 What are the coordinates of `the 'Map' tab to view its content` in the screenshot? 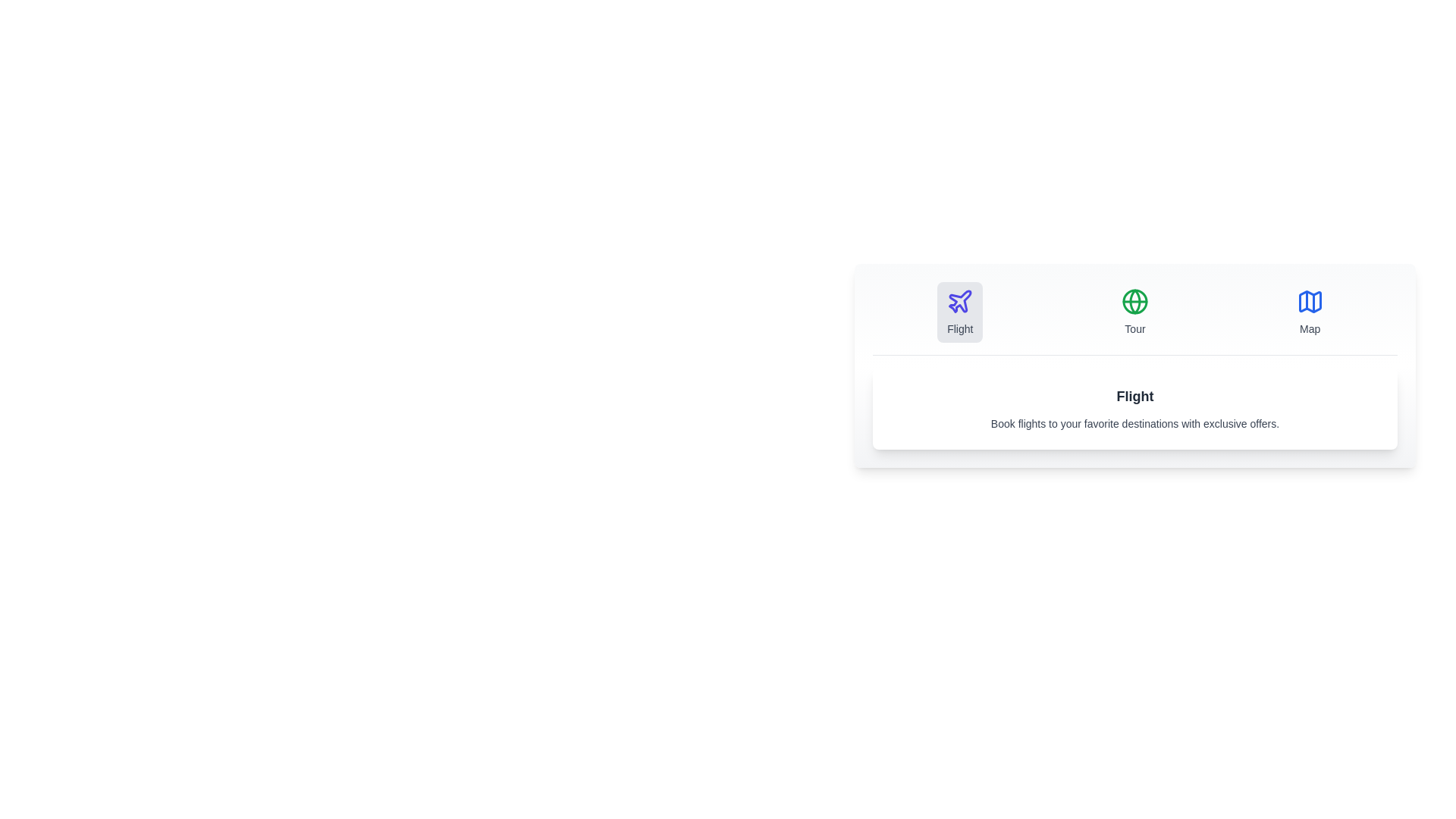 It's located at (1309, 312).